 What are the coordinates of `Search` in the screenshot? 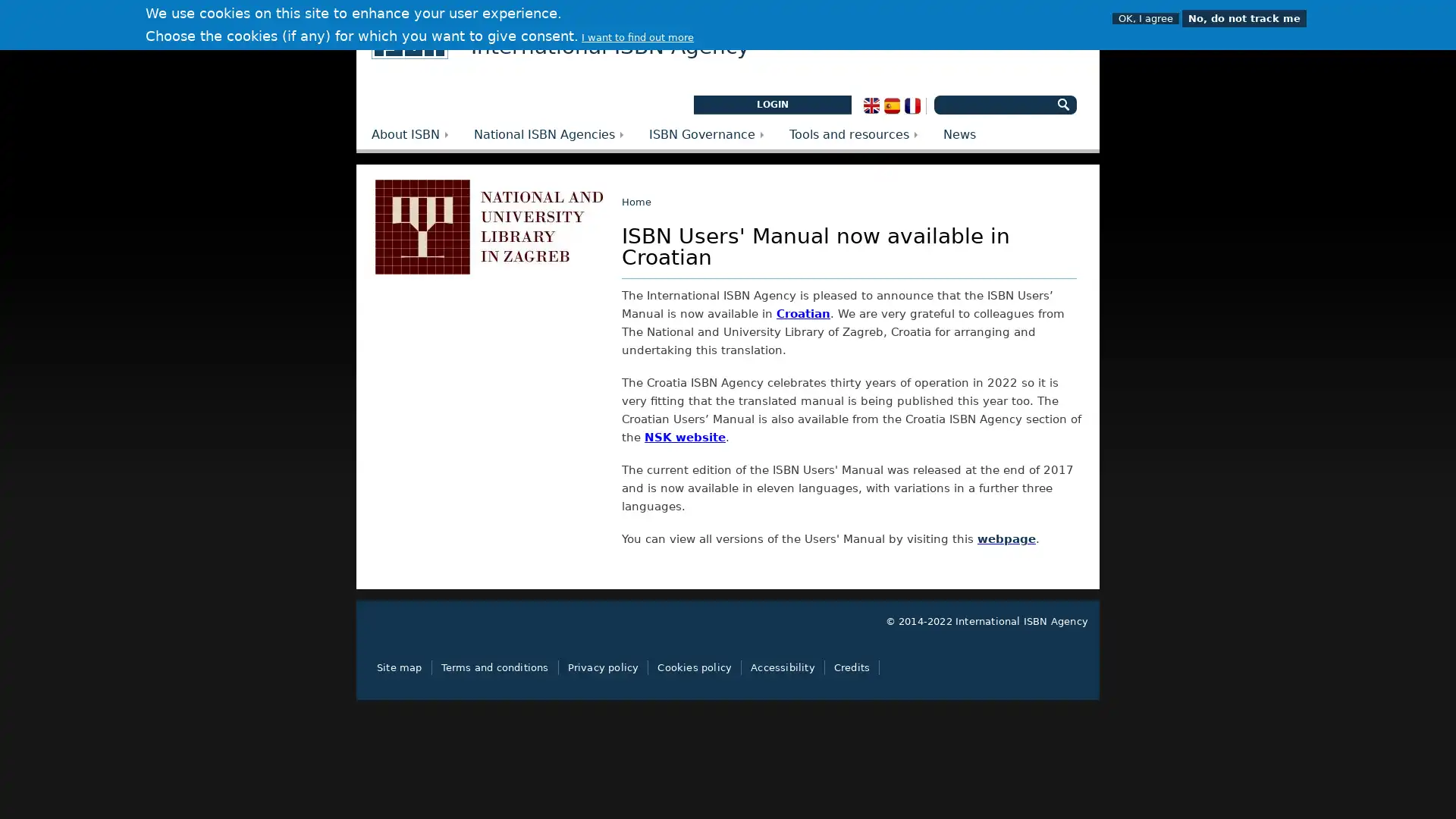 It's located at (1062, 103).